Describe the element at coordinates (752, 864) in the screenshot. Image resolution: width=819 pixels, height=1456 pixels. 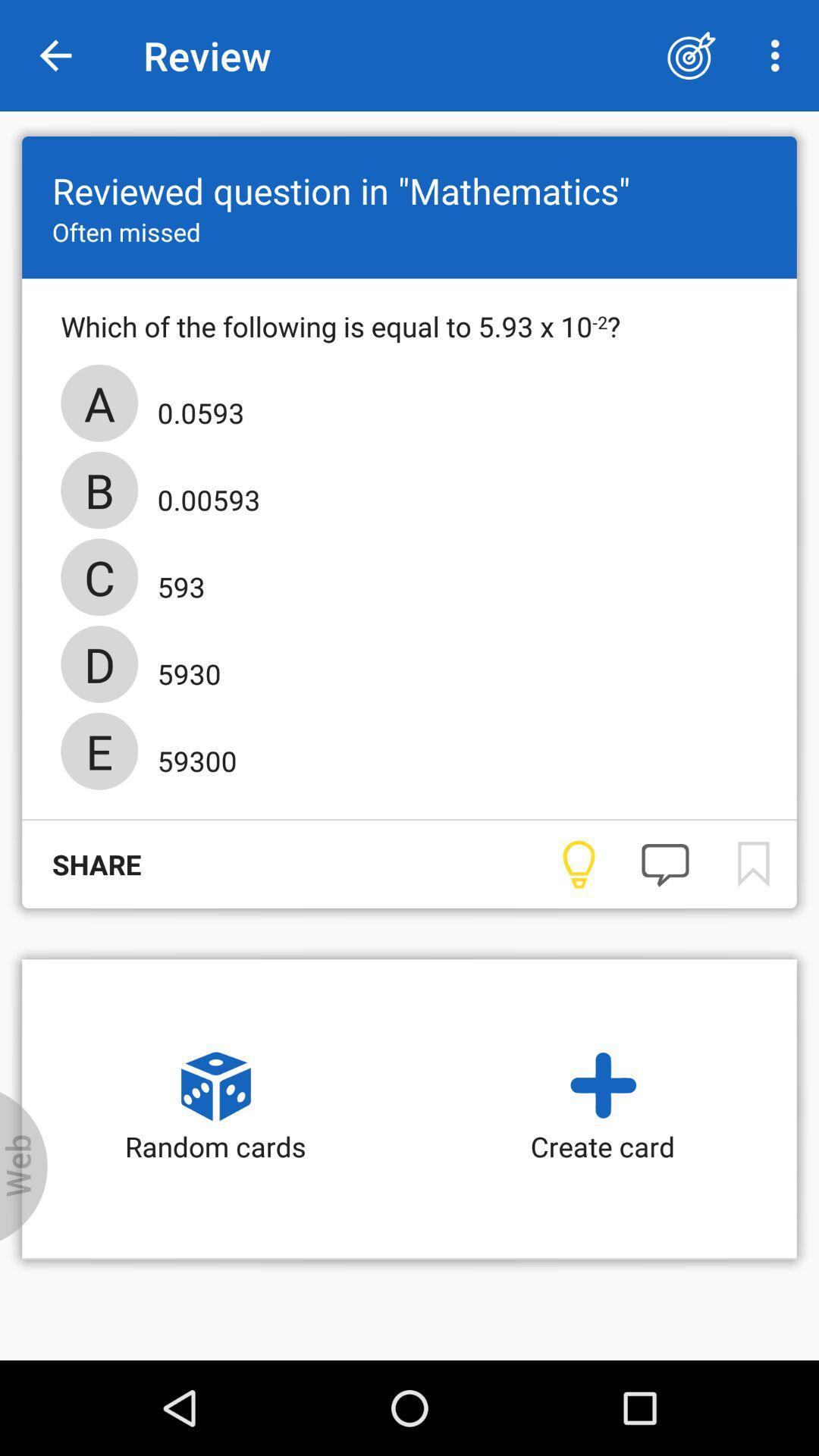
I see `bookmark` at that location.